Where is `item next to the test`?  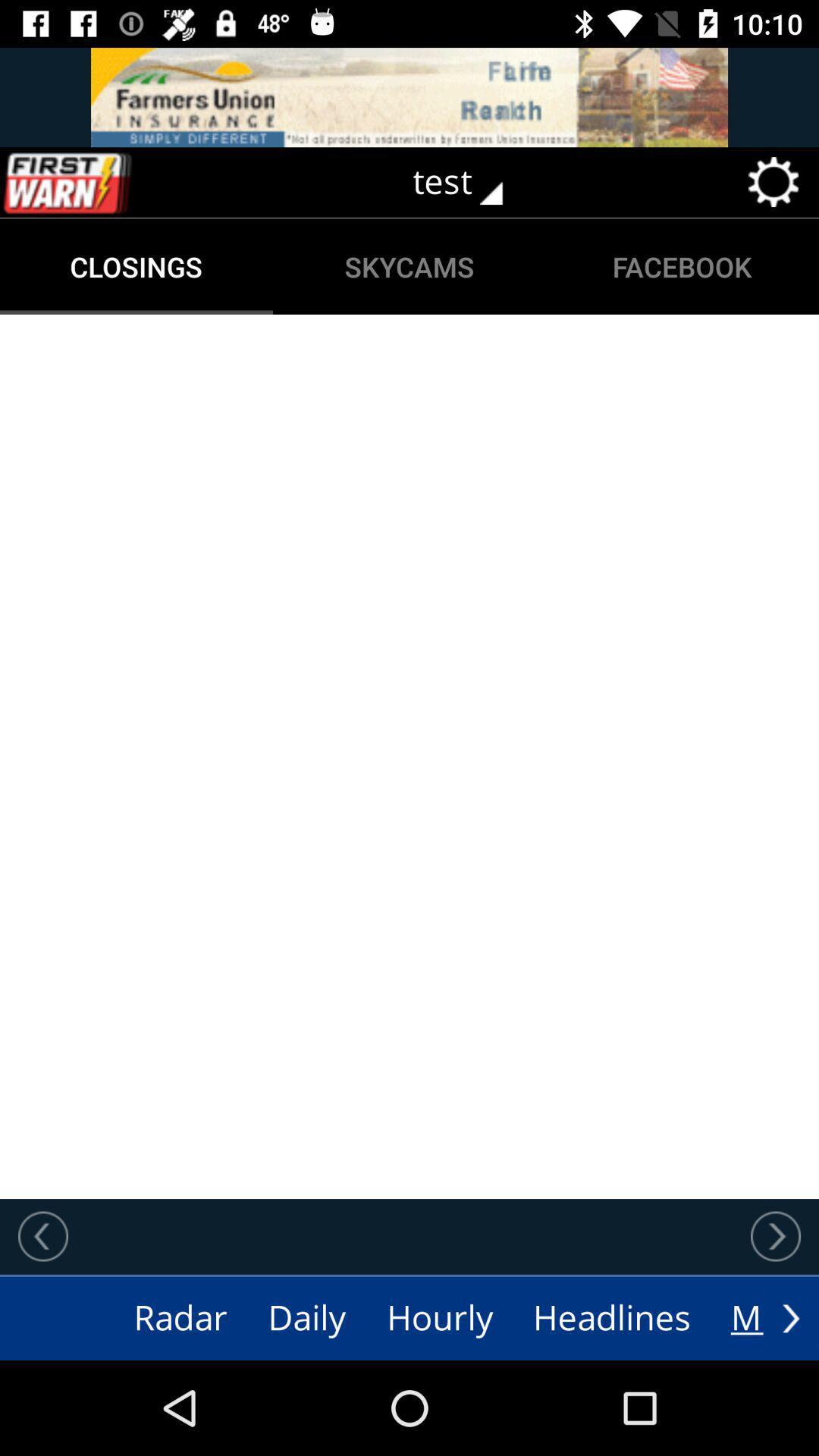 item next to the test is located at coordinates (99, 182).